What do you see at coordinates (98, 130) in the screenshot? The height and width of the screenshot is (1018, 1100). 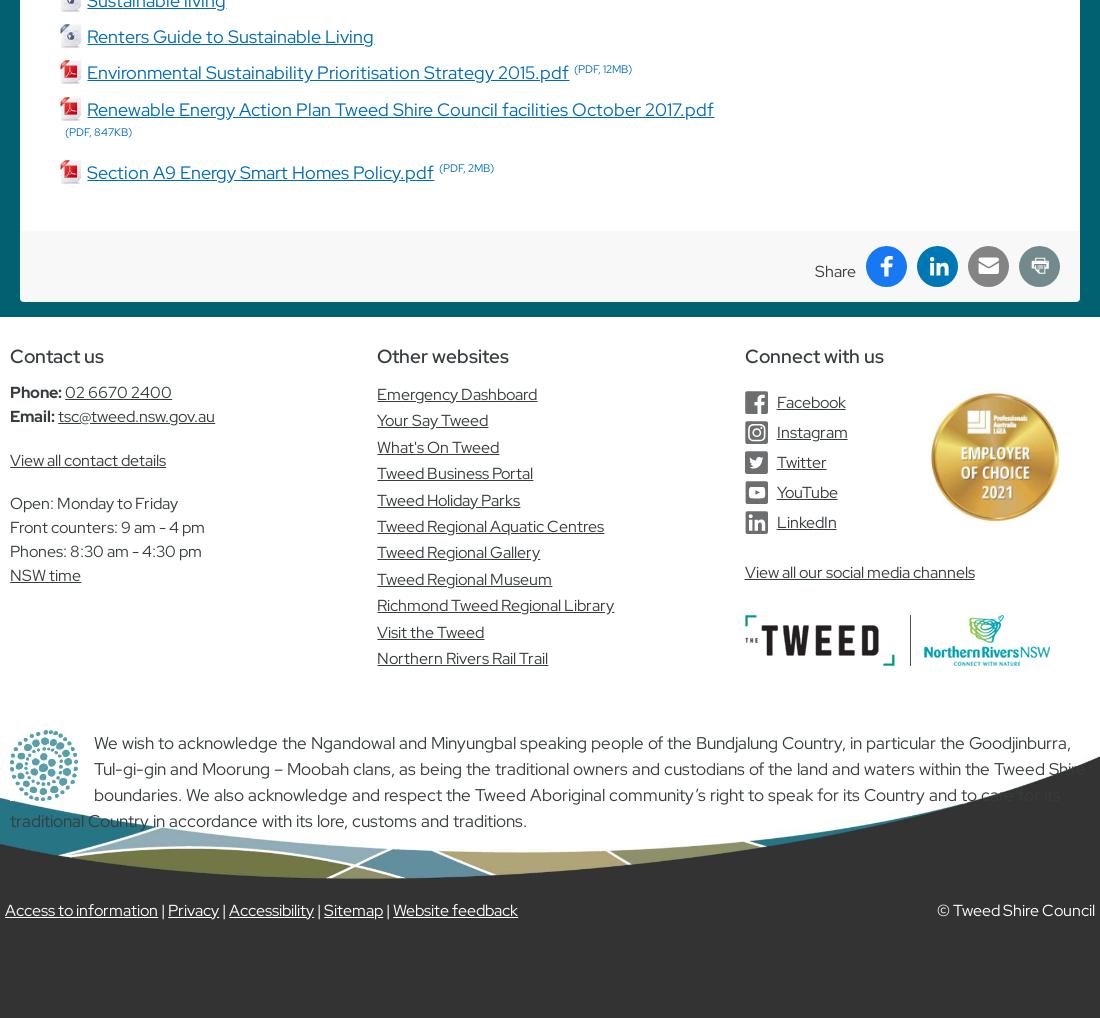 I see `'(PDF, 847KB)'` at bounding box center [98, 130].